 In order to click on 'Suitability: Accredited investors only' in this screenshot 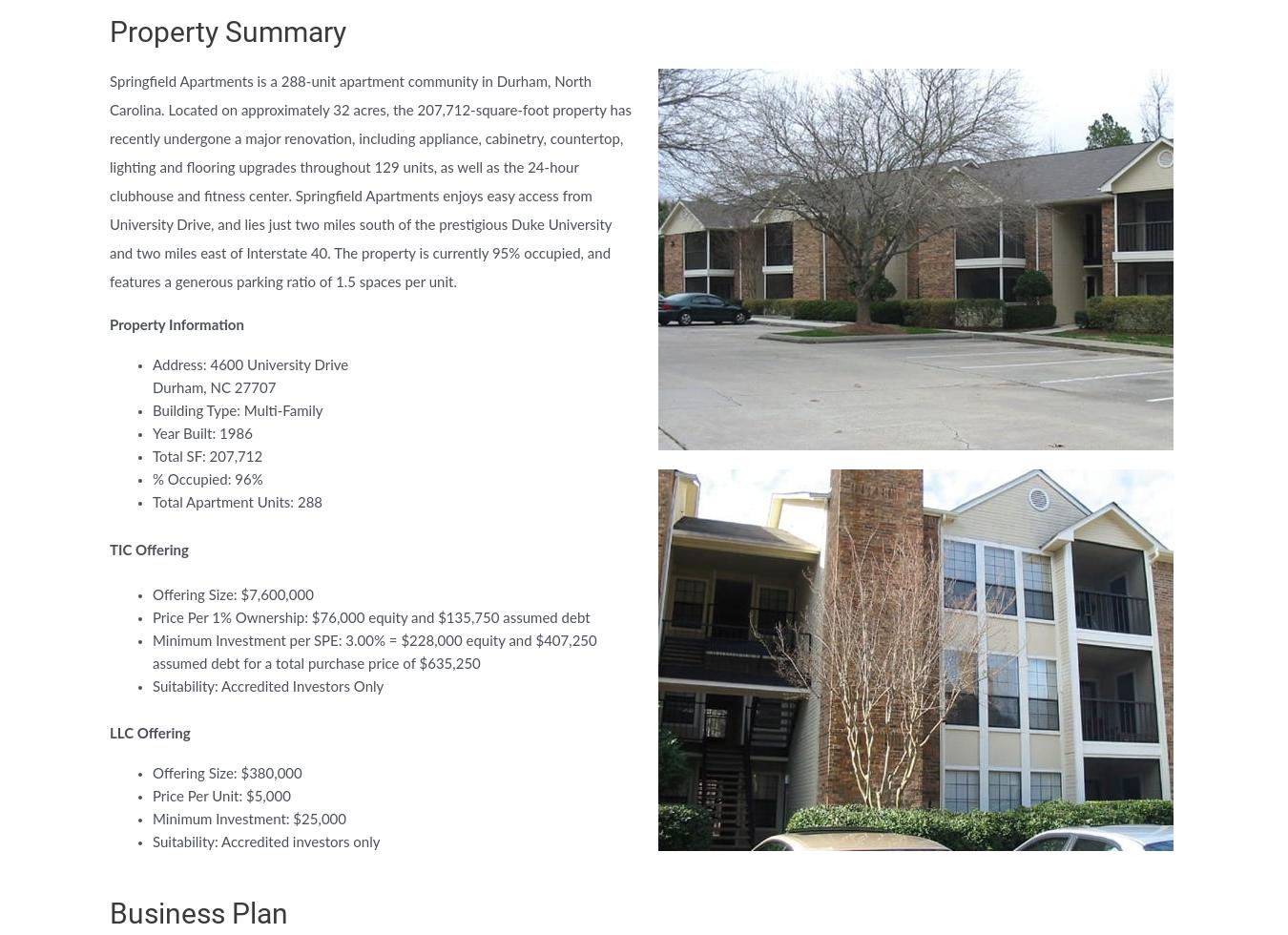, I will do `click(152, 842)`.